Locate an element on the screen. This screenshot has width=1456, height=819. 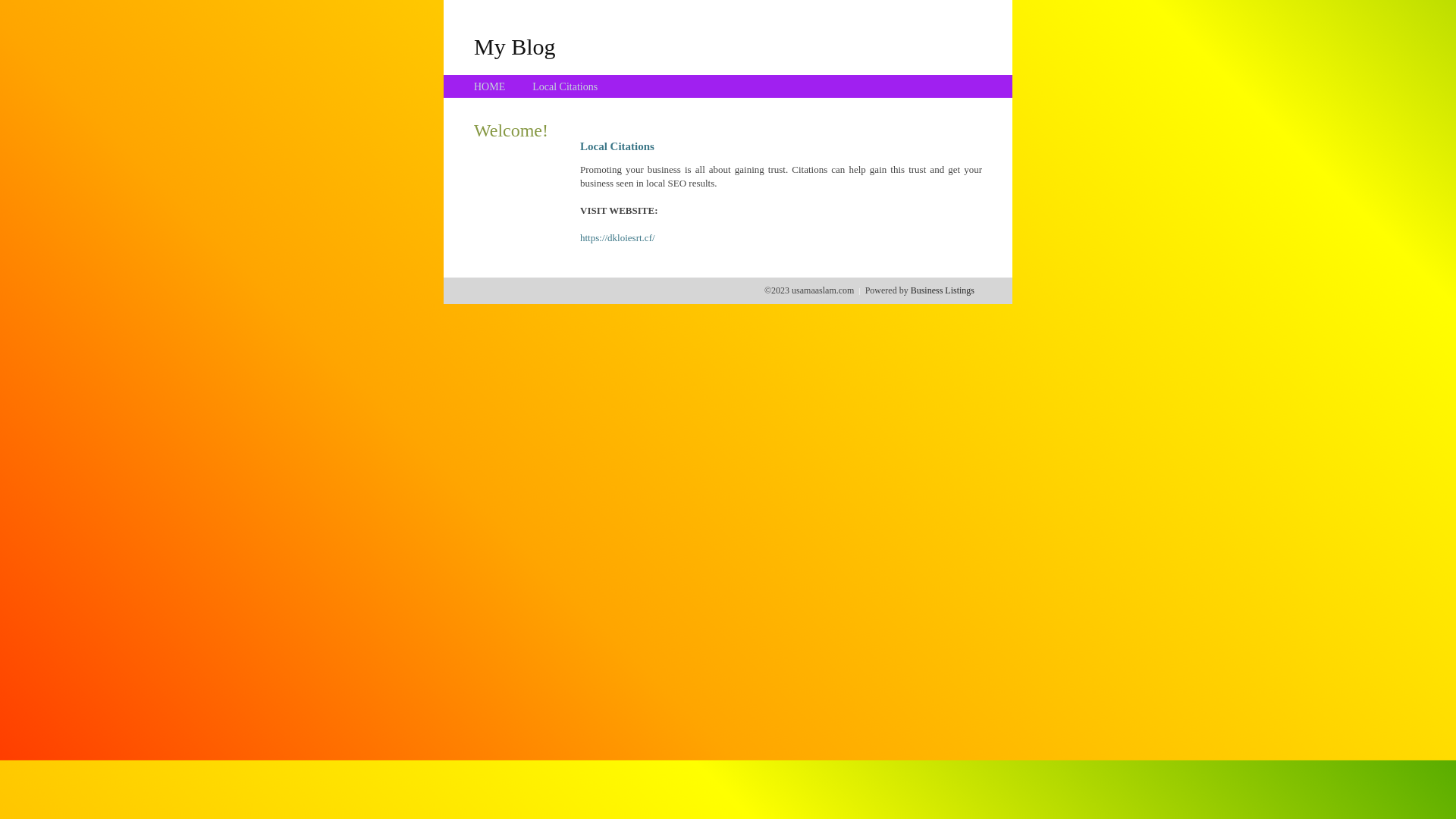
'Local Citations' is located at coordinates (532, 86).